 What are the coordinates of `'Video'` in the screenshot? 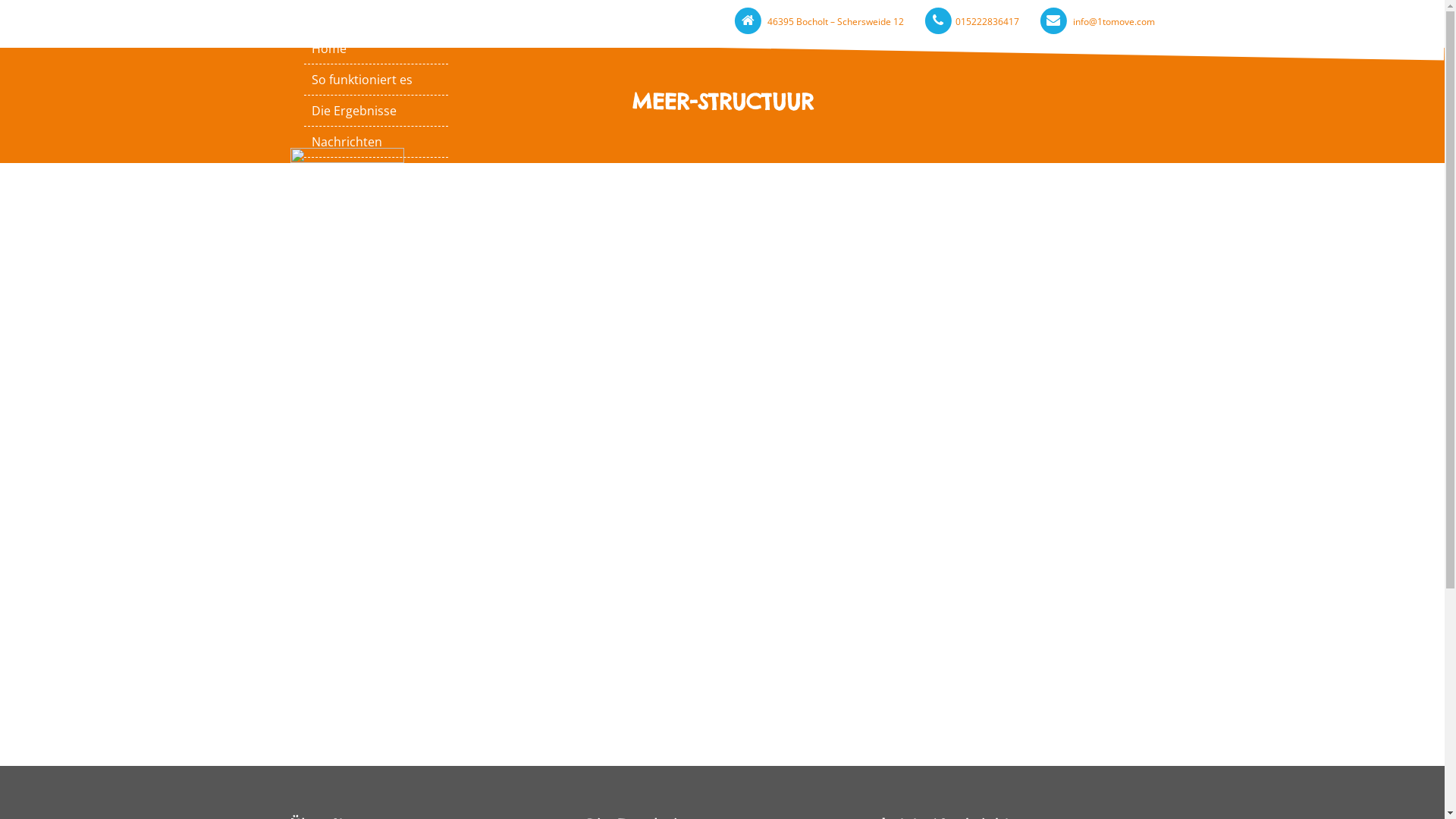 It's located at (375, 203).